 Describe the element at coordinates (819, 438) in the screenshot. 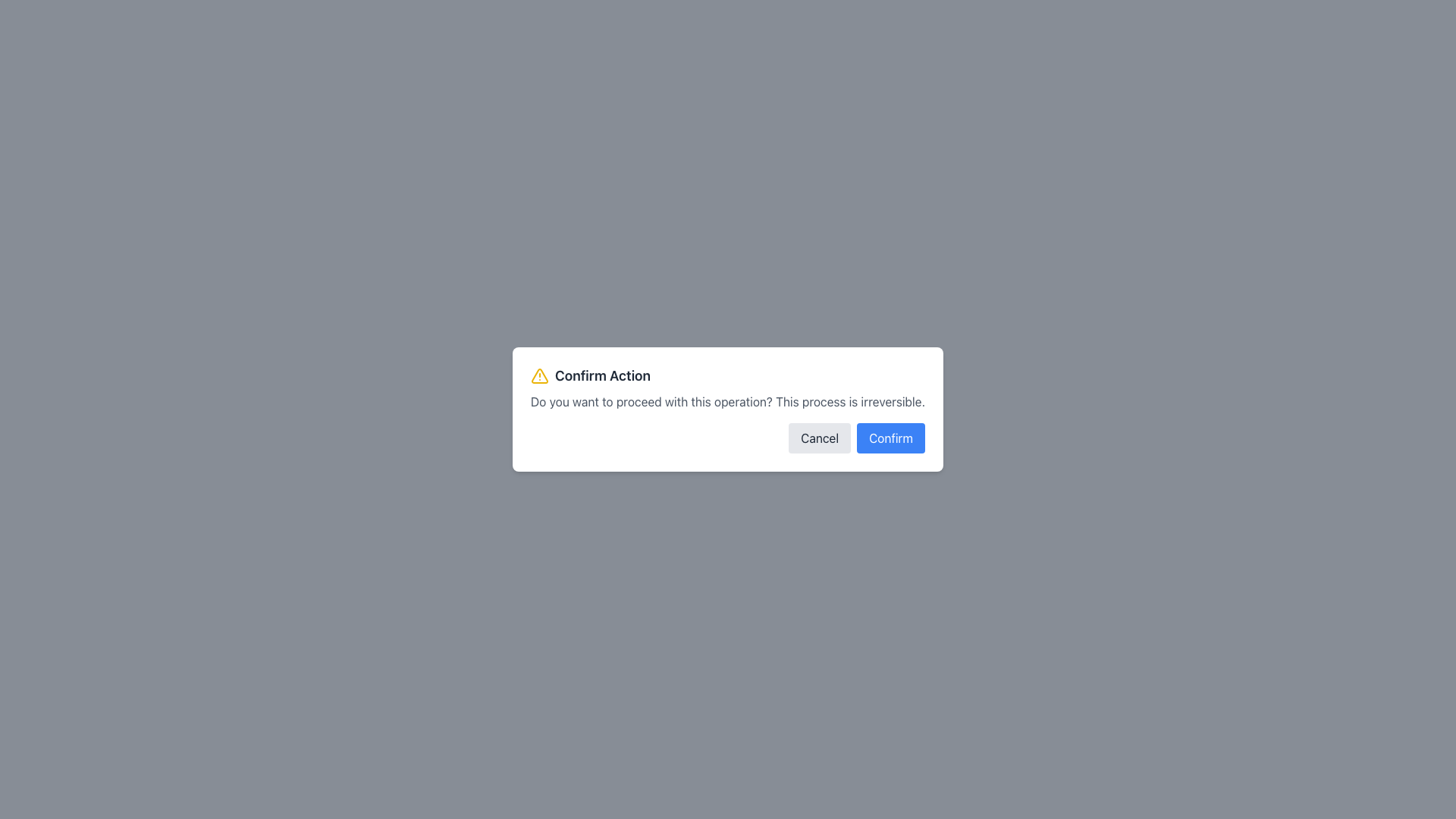

I see `the 'Cancel' button with a light gray background and dark gray text located on the right side of the modal window` at that location.